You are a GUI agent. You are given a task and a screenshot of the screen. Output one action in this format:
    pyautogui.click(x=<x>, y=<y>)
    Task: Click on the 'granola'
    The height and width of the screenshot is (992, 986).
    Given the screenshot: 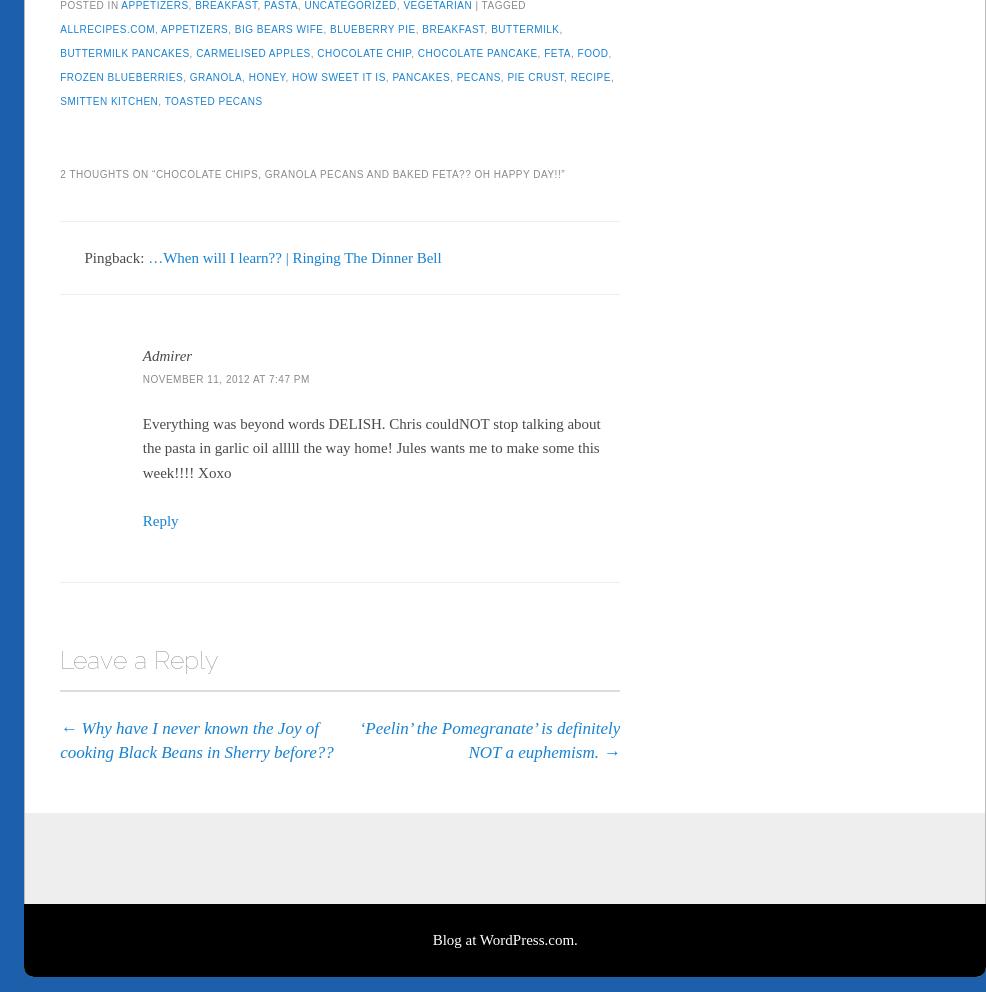 What is the action you would take?
    pyautogui.click(x=188, y=72)
    